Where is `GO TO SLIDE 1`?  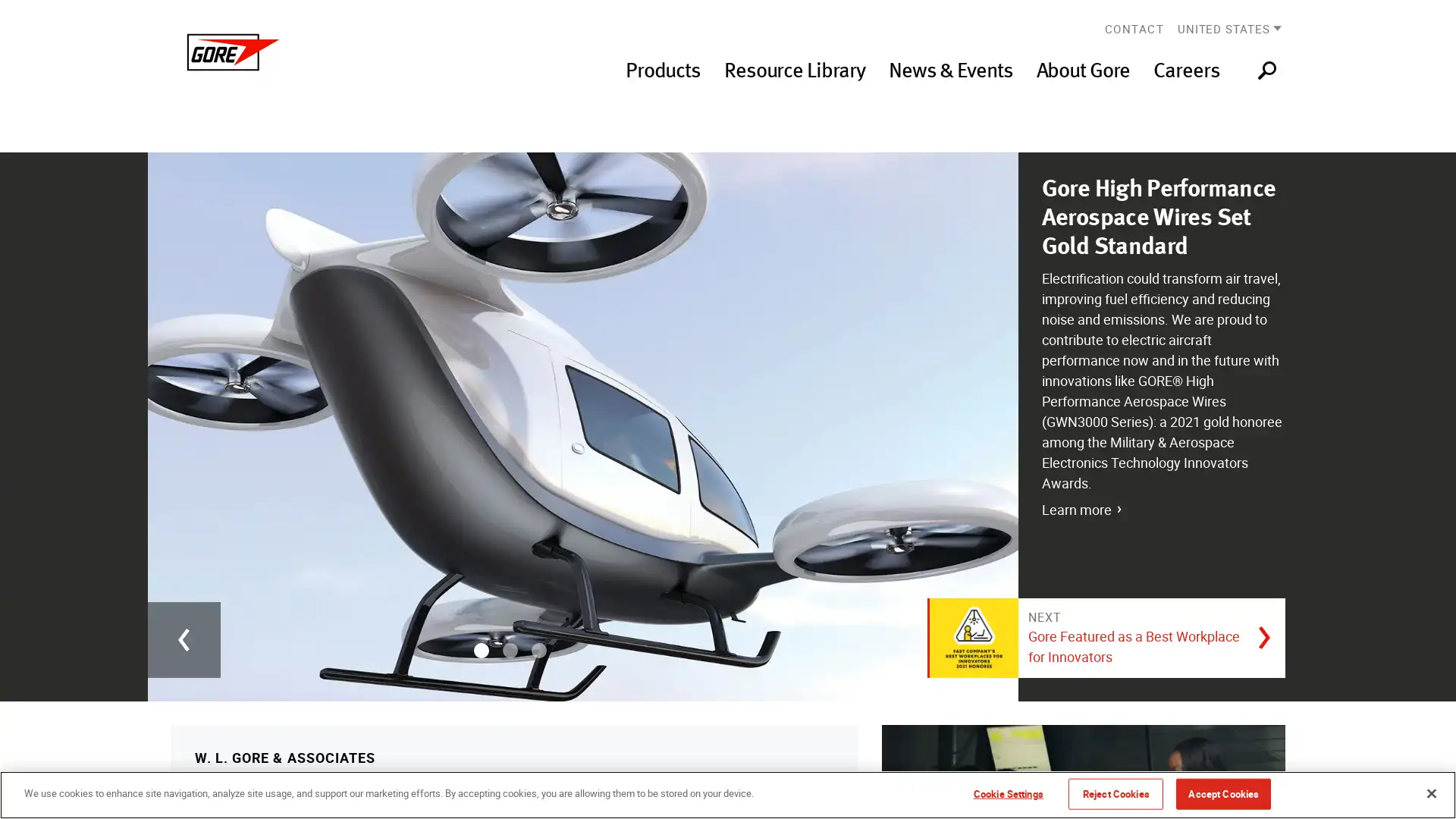 GO TO SLIDE 1 is located at coordinates (479, 648).